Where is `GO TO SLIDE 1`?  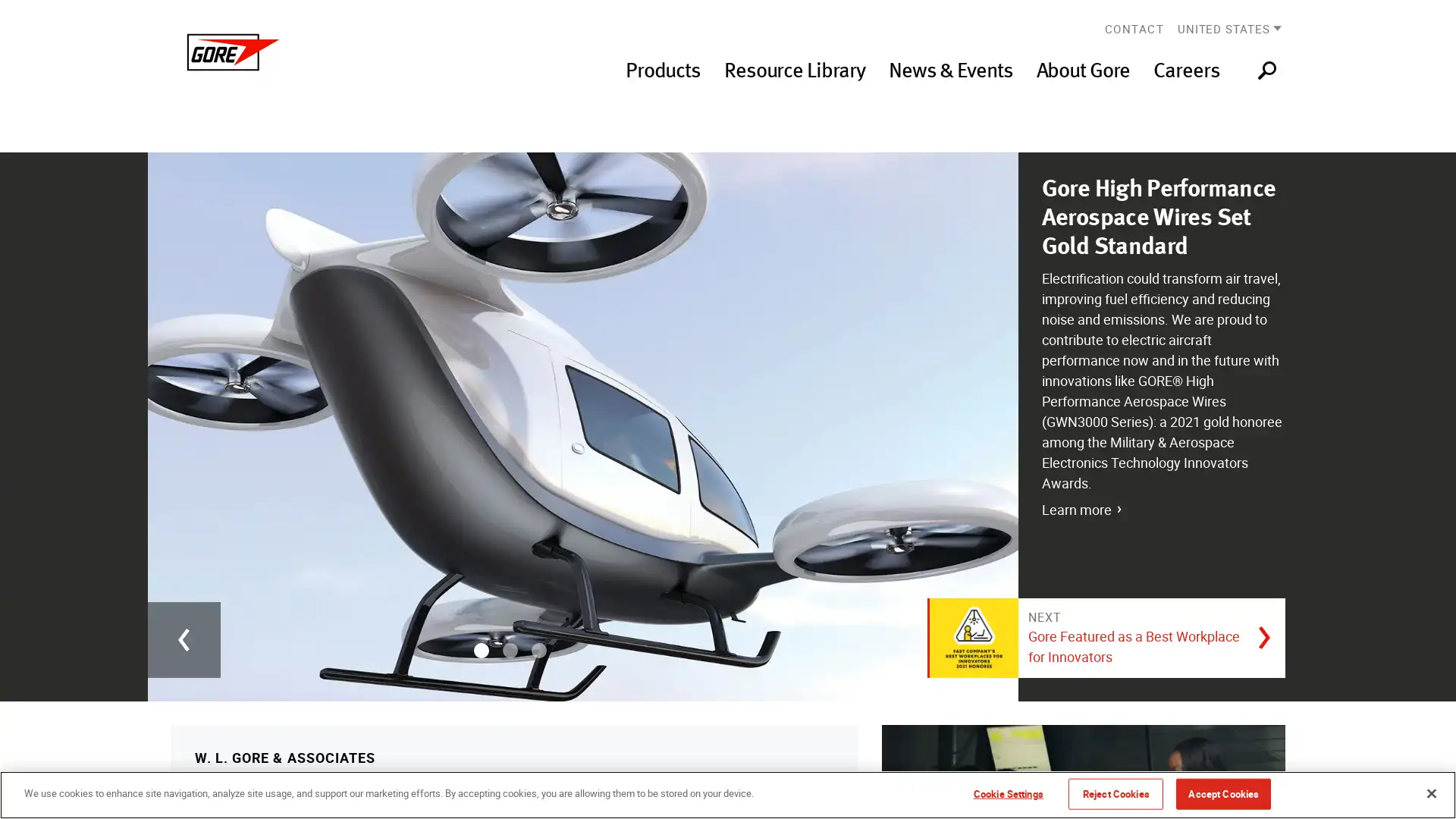 GO TO SLIDE 1 is located at coordinates (479, 648).